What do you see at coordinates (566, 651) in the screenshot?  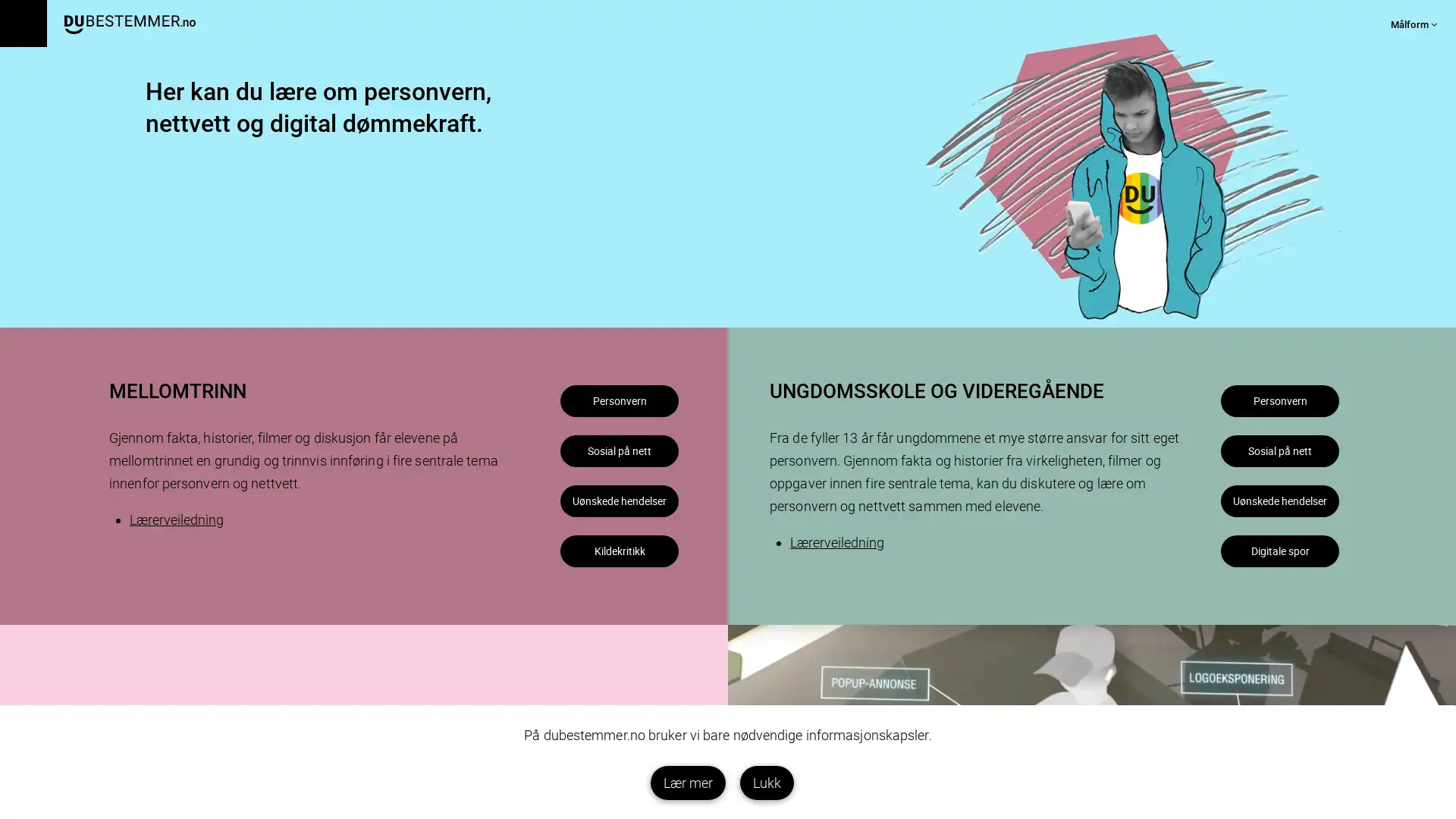 I see `Kildekritikk` at bounding box center [566, 651].